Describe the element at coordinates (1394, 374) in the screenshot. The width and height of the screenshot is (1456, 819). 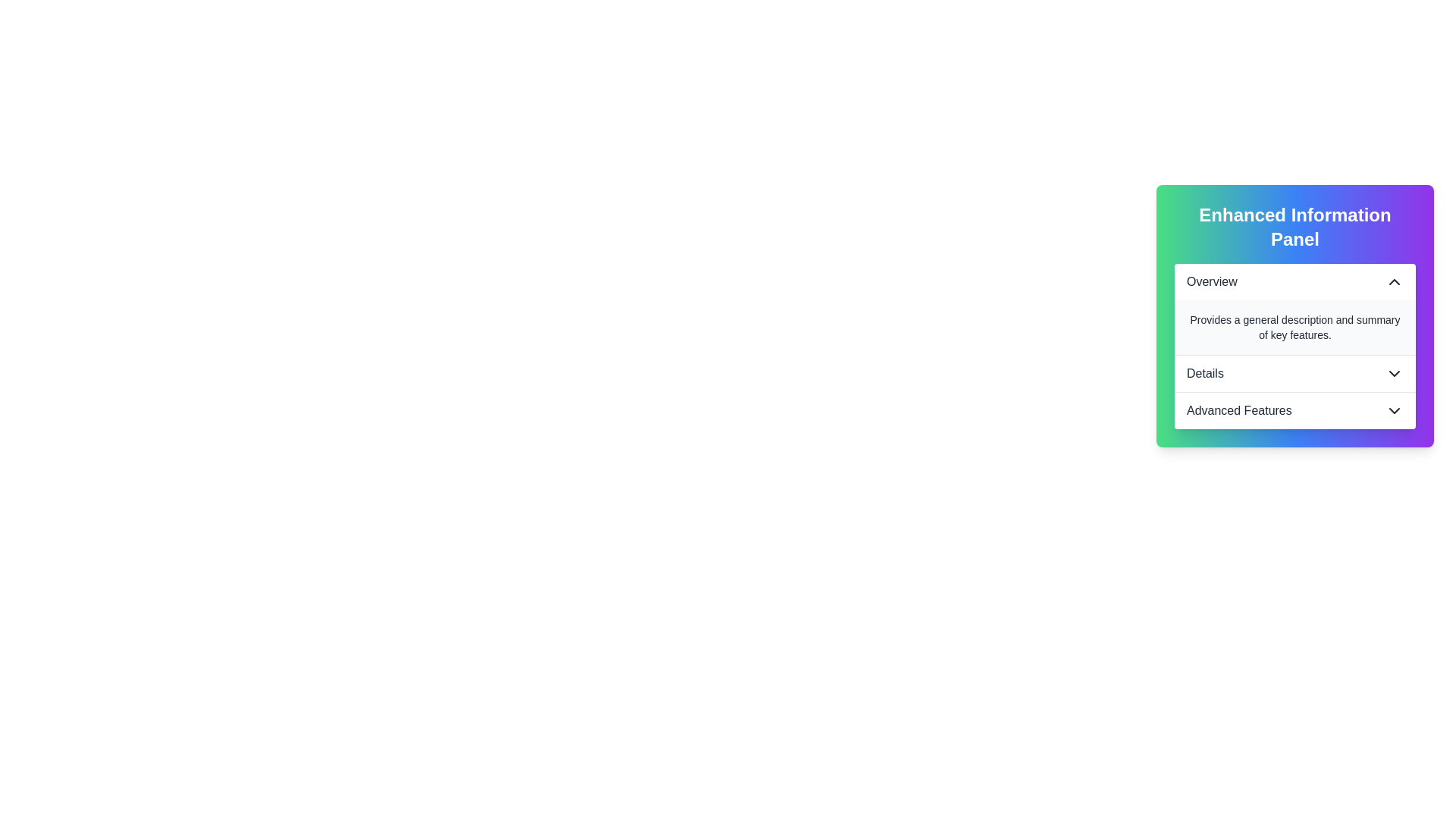
I see `the toggle icon in the 'Details' section` at that location.